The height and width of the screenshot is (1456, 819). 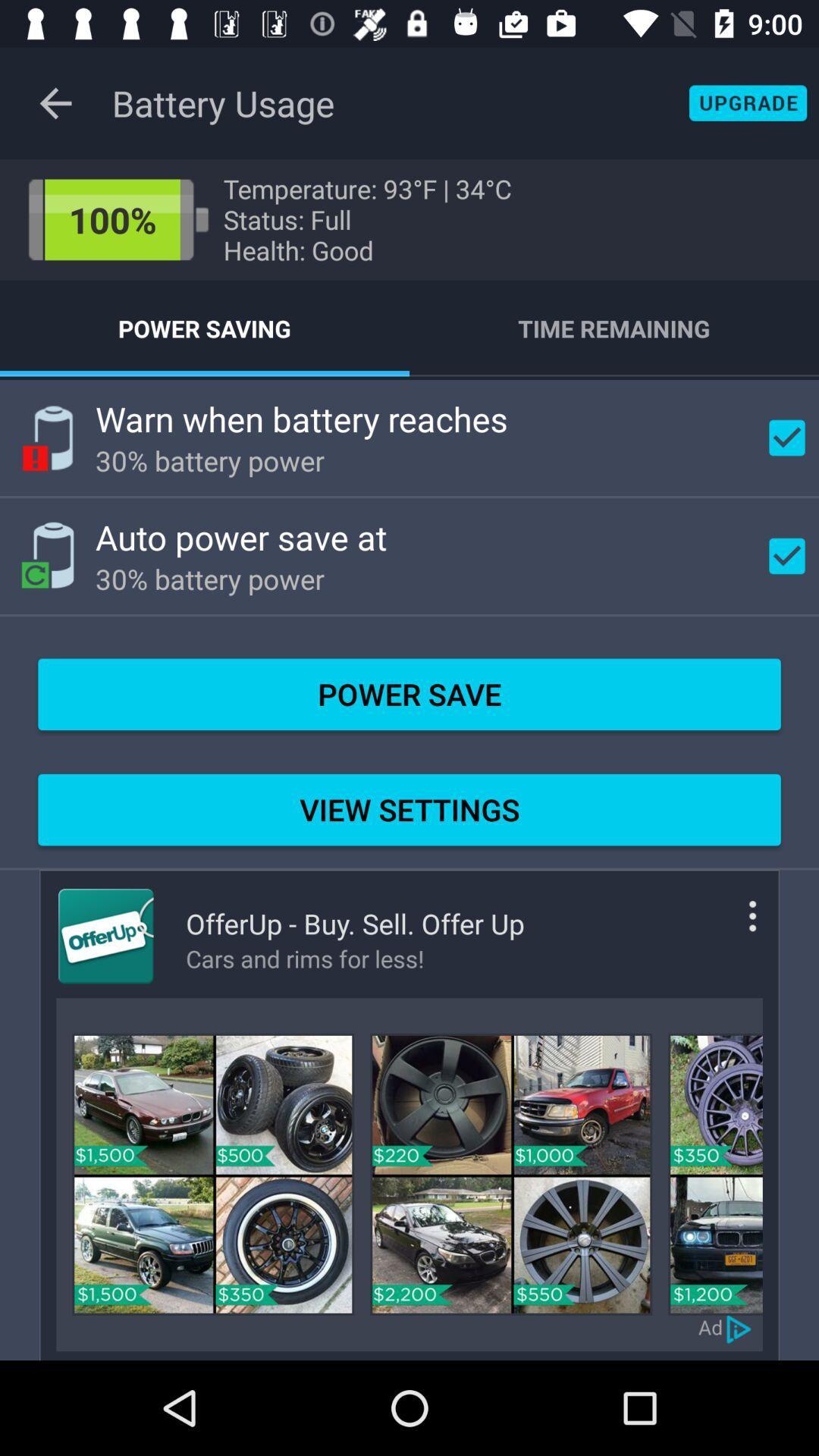 What do you see at coordinates (105, 935) in the screenshot?
I see `open offerup app` at bounding box center [105, 935].